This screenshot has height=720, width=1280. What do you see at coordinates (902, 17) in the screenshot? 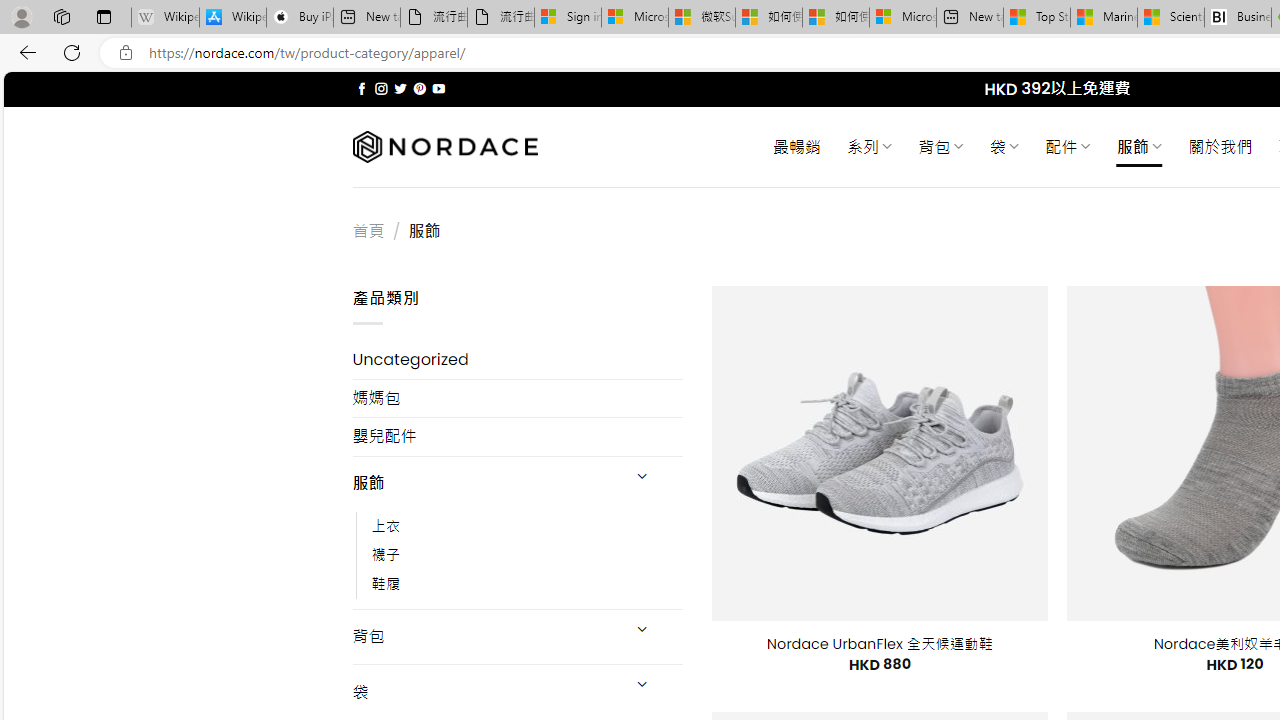
I see `'Microsoft account | Account Checkup'` at bounding box center [902, 17].